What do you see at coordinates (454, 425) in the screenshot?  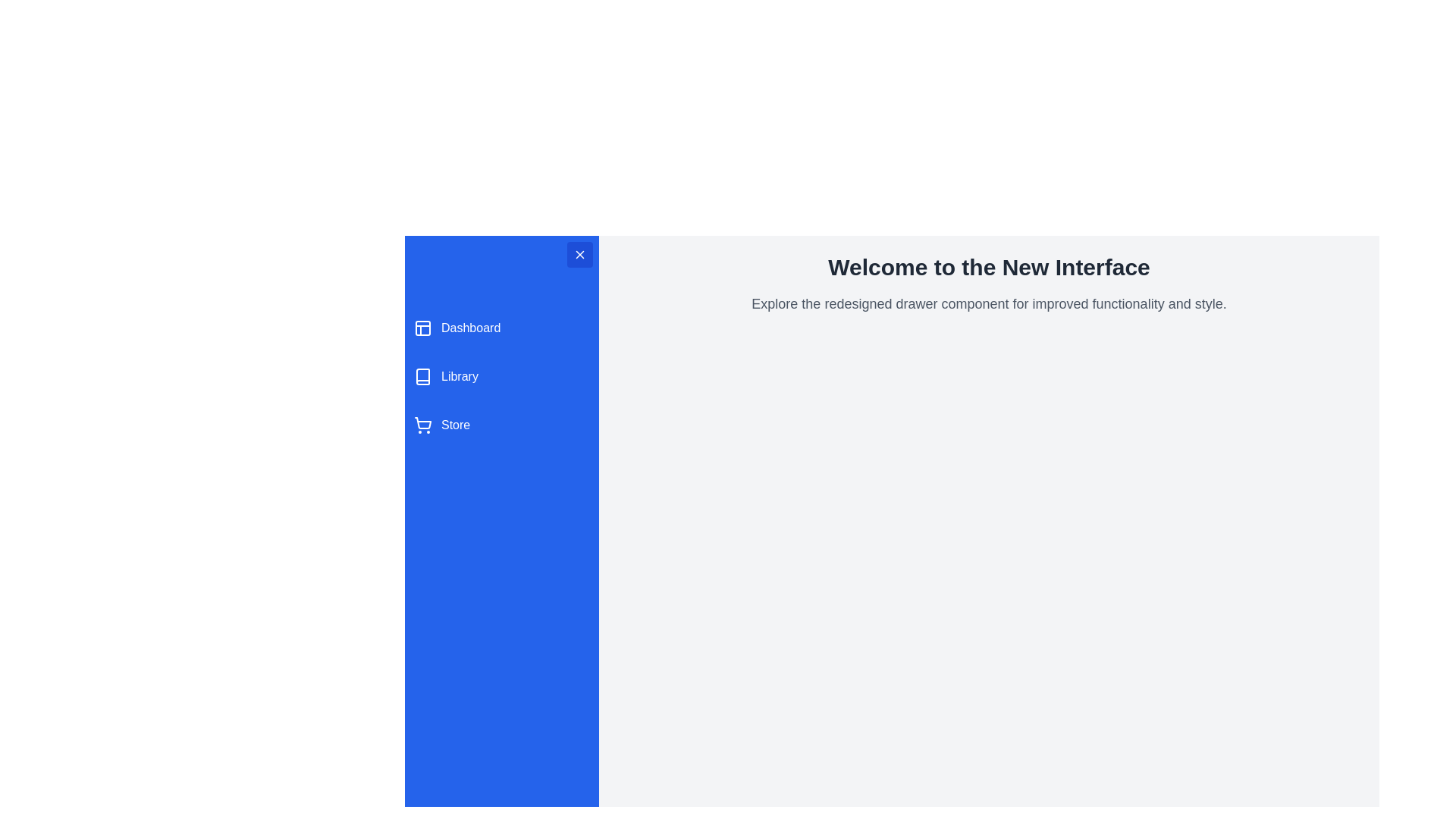 I see `the 'Store' text label located in the left sidebar, beneath the 'Library' menu option, to interact with the surrounding menu item` at bounding box center [454, 425].